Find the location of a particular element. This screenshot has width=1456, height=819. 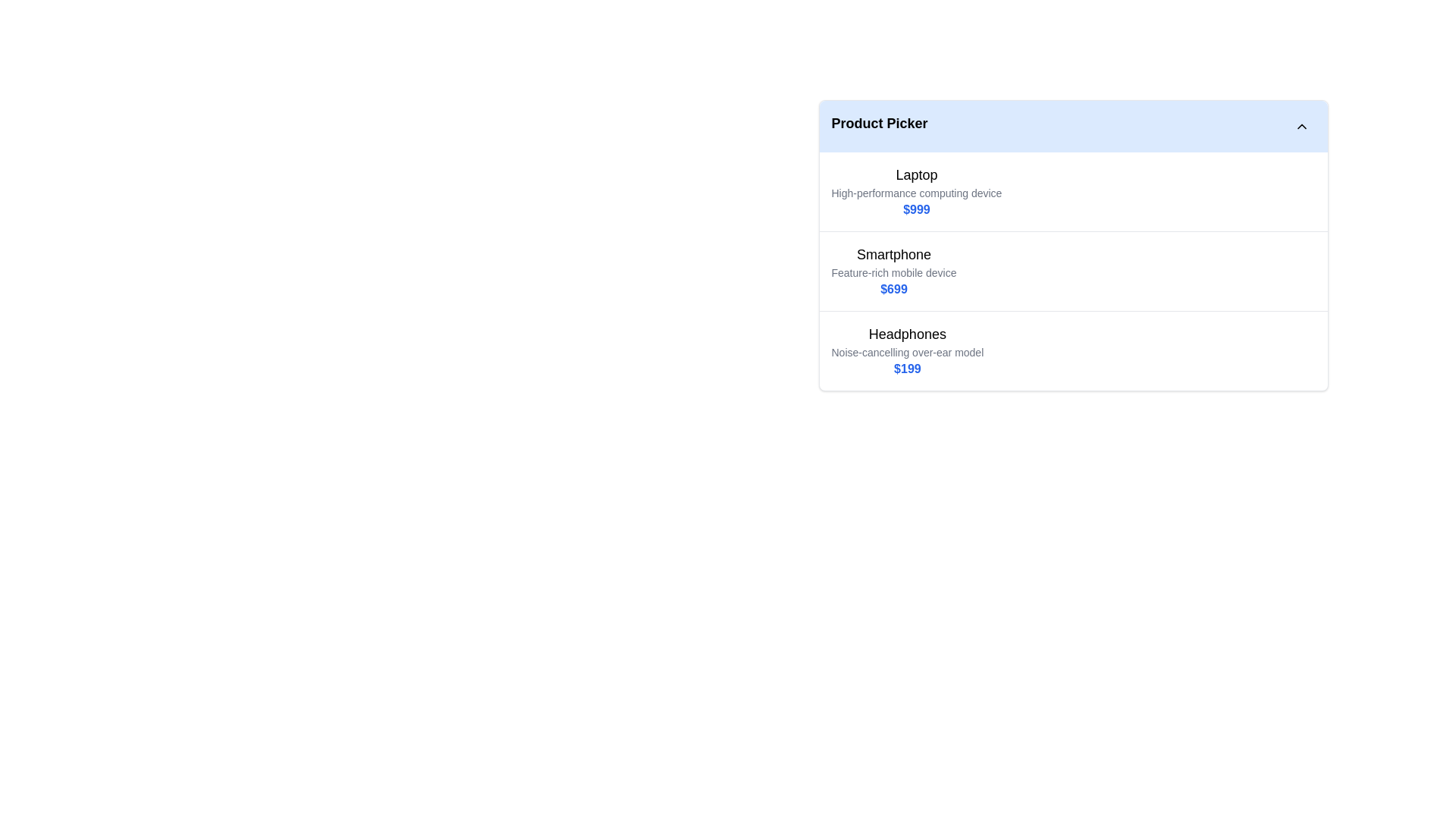

the label displaying 'Smartphone', which is the title text for a product item positioned above the description and price text is located at coordinates (894, 253).